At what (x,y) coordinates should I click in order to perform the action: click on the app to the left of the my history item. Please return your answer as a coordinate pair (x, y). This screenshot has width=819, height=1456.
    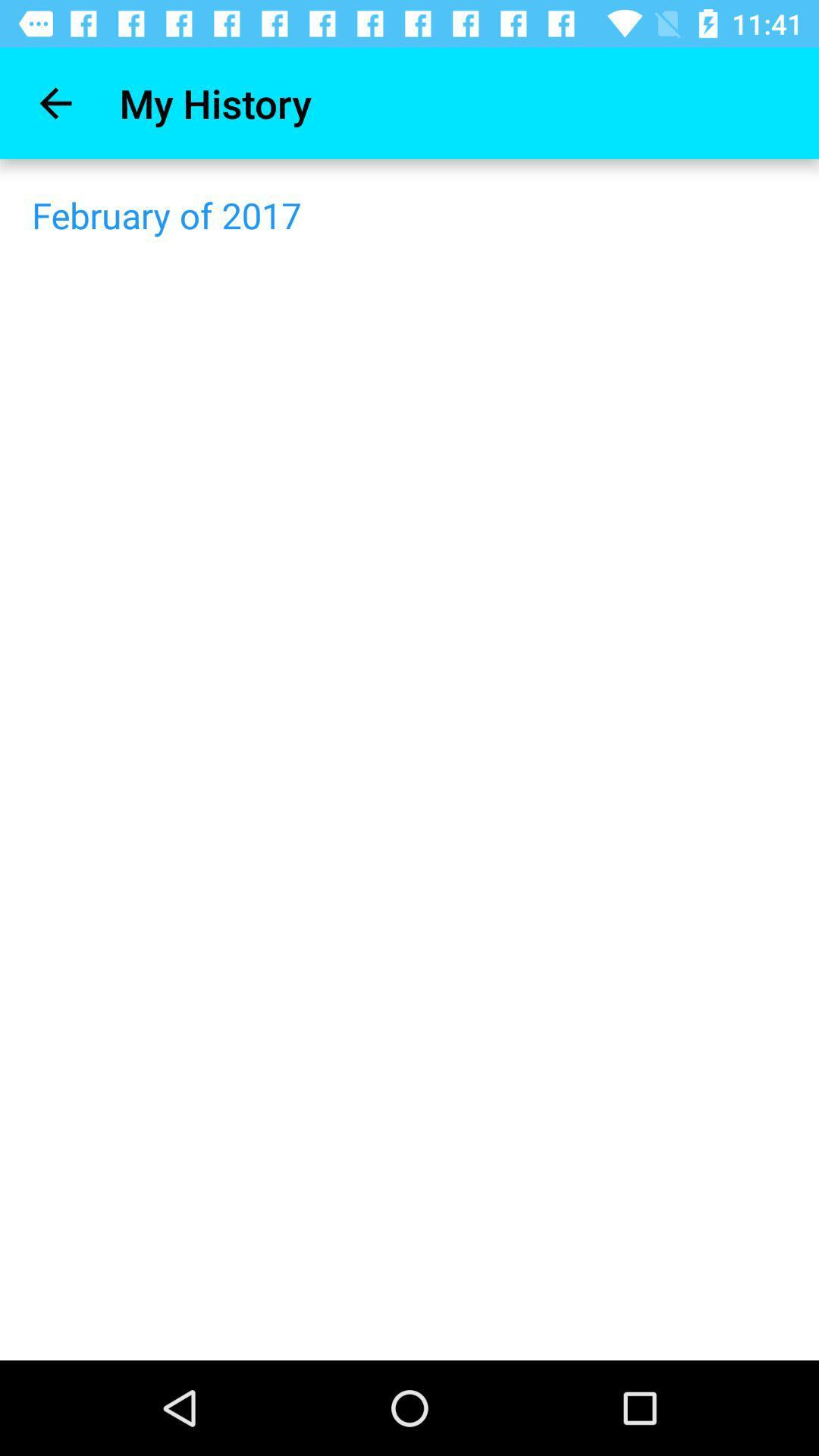
    Looking at the image, I should click on (55, 102).